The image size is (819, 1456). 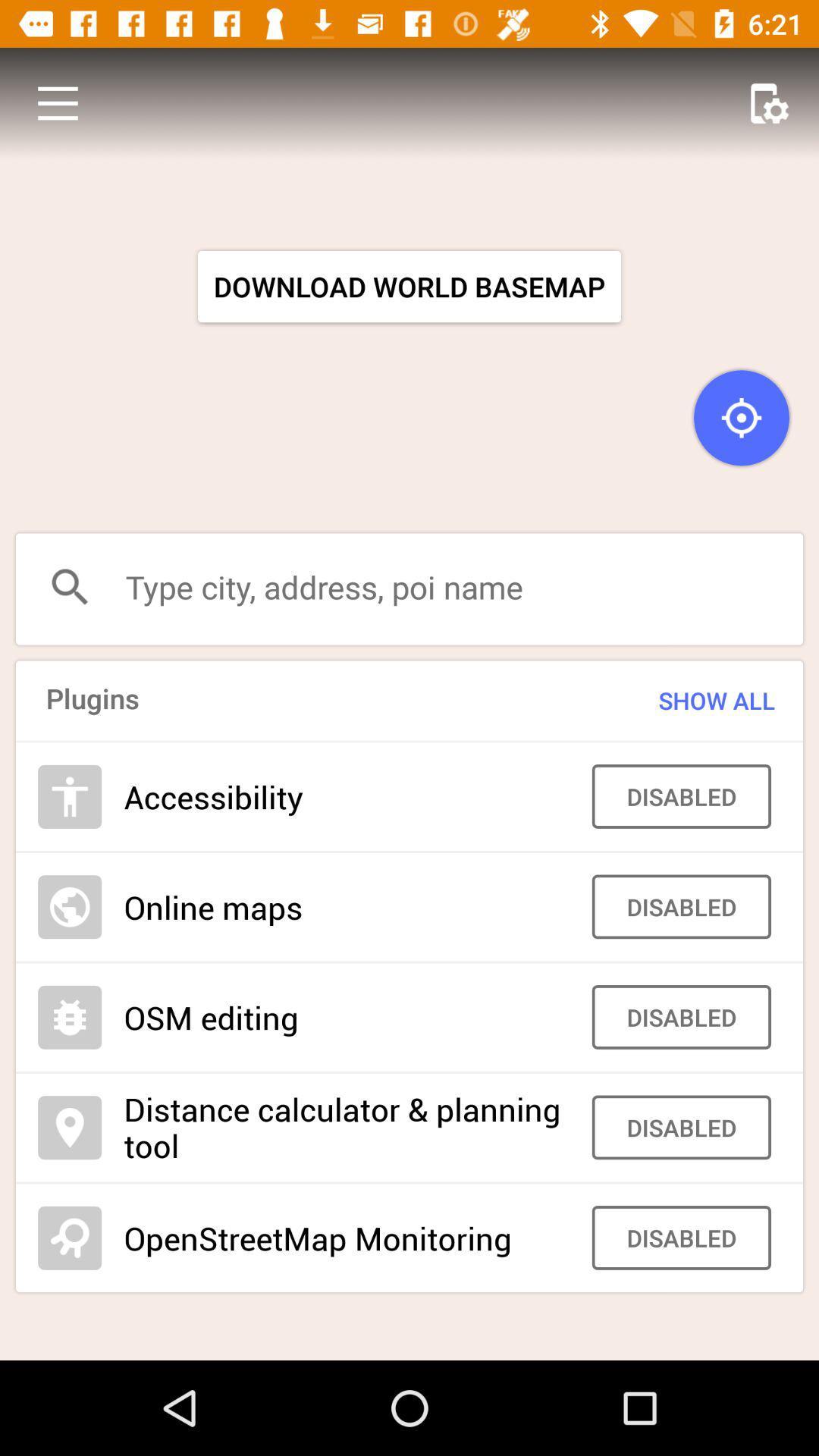 I want to click on the item above the type city address item, so click(x=409, y=287).